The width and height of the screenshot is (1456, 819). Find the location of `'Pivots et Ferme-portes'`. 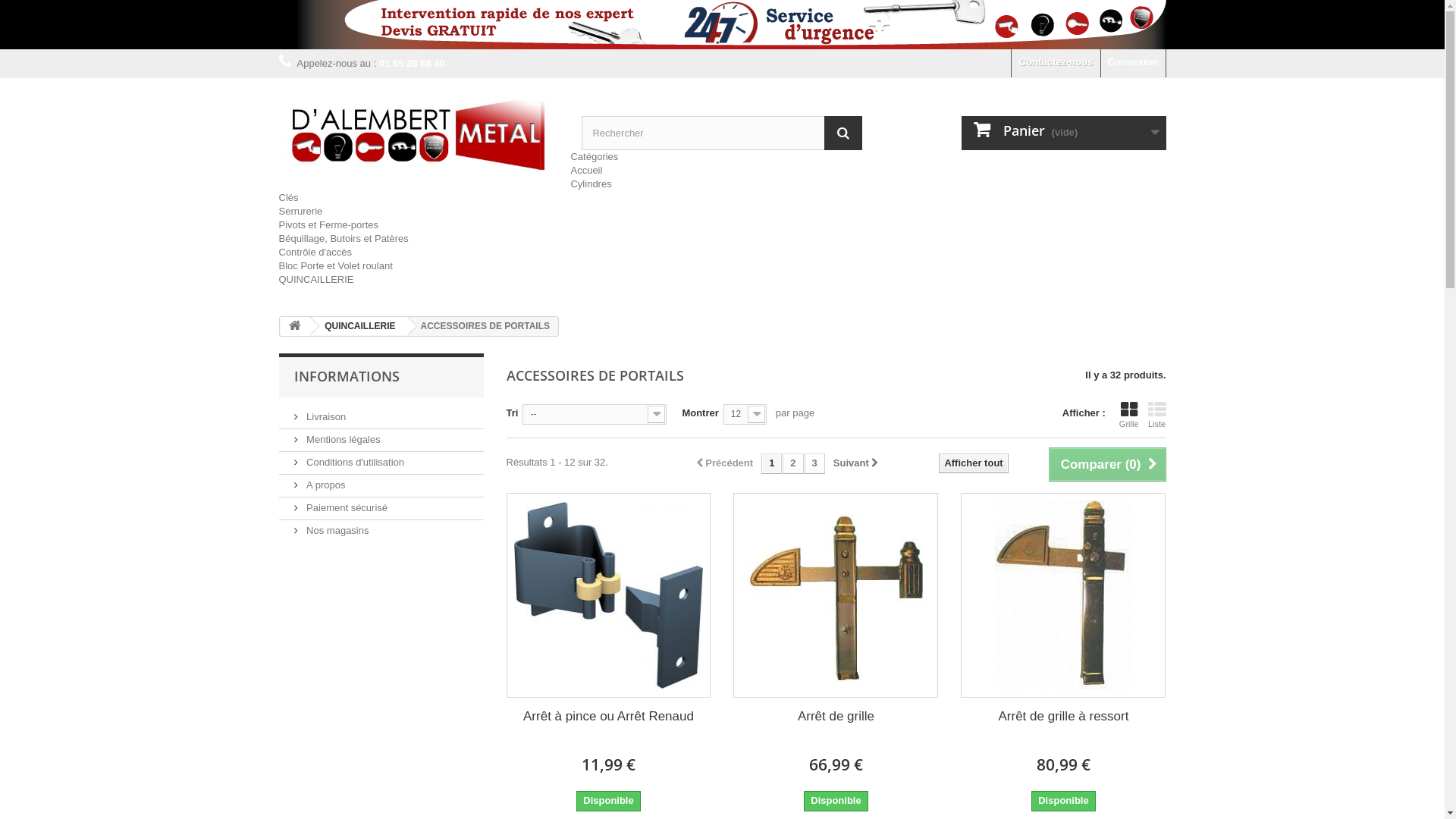

'Pivots et Ferme-portes' is located at coordinates (279, 224).